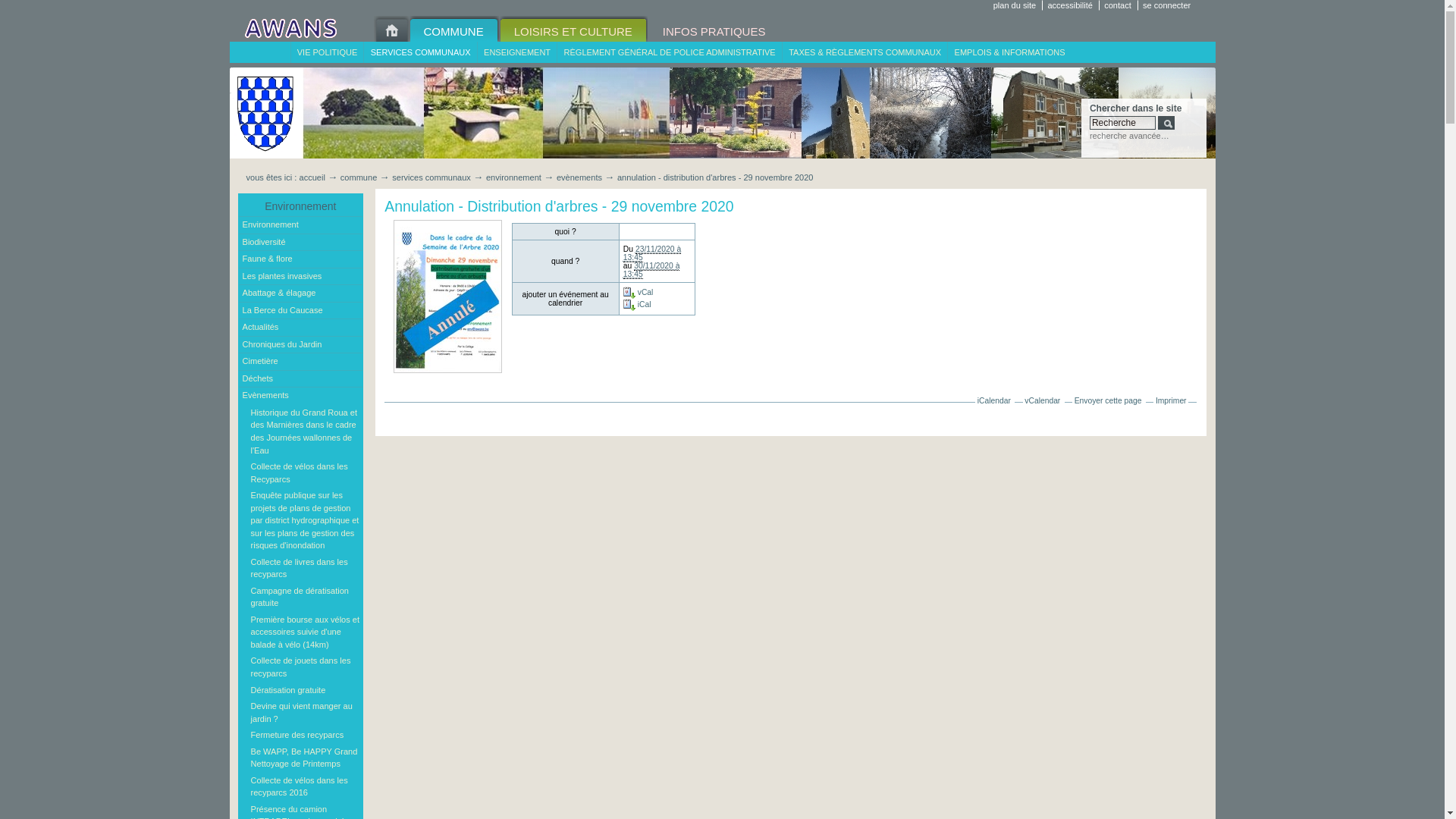 The height and width of the screenshot is (819, 1456). What do you see at coordinates (516, 52) in the screenshot?
I see `'ENSEIGNEMENT'` at bounding box center [516, 52].